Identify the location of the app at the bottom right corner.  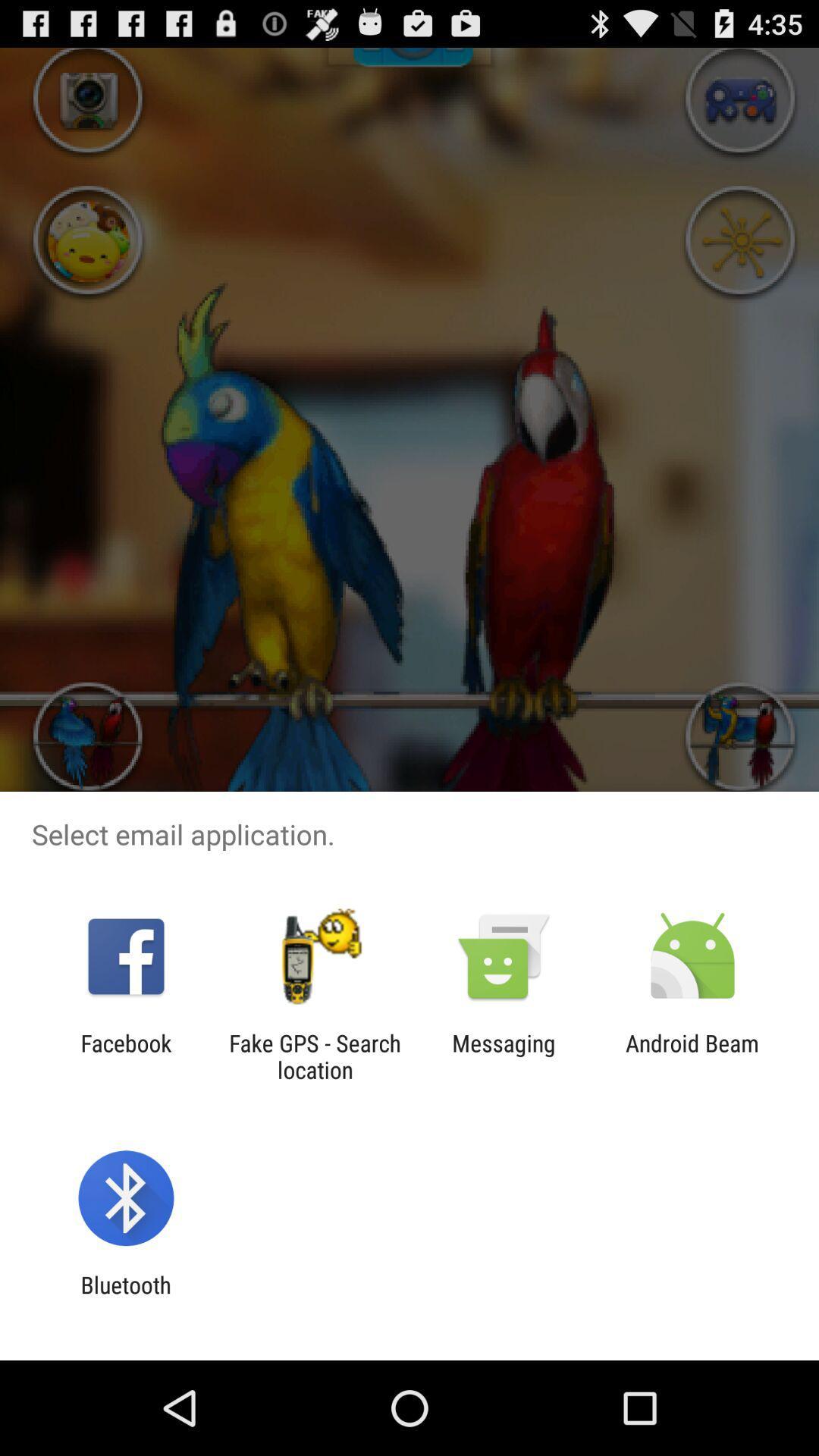
(692, 1056).